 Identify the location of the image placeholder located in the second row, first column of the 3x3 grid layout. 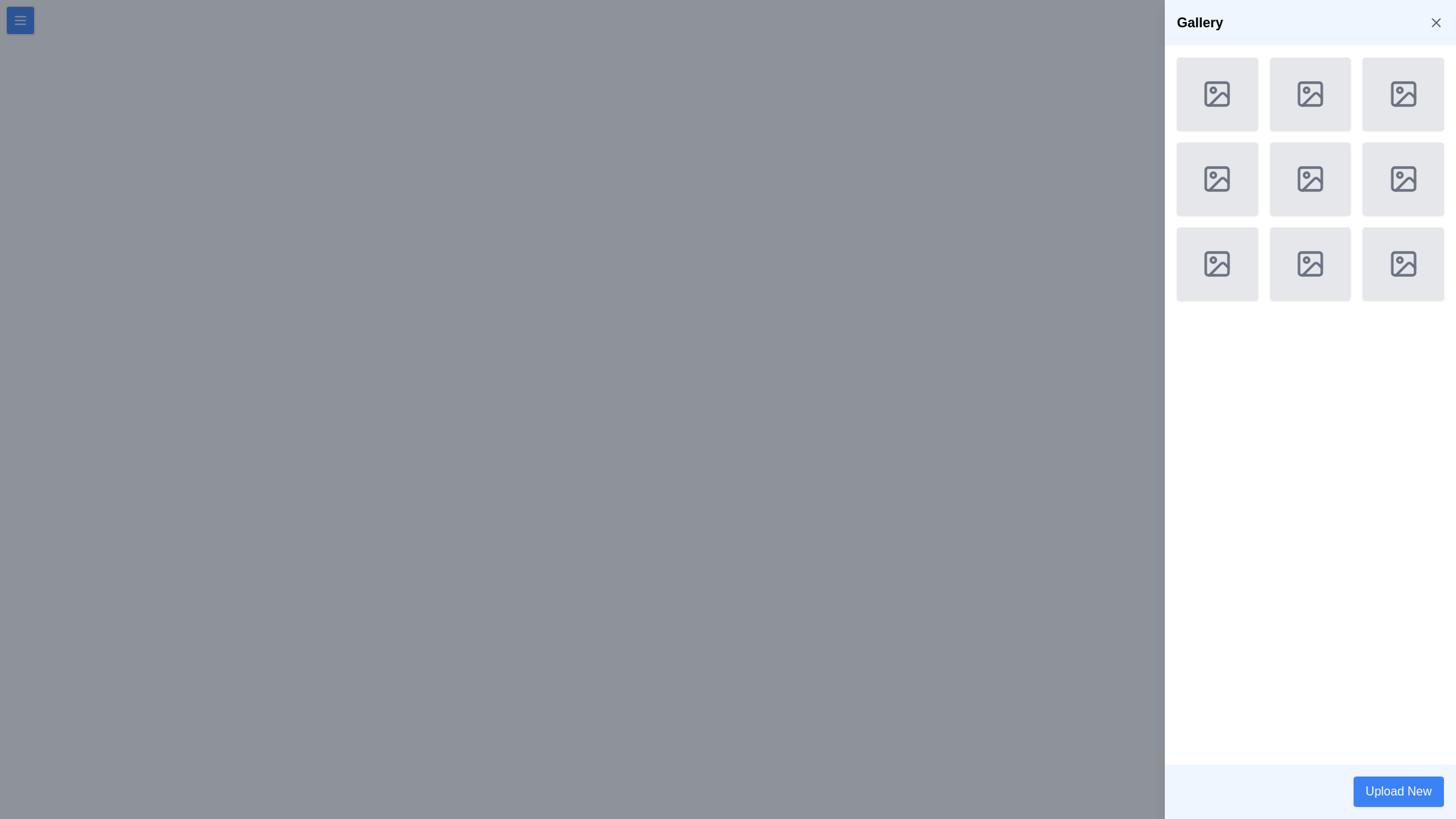
(1217, 177).